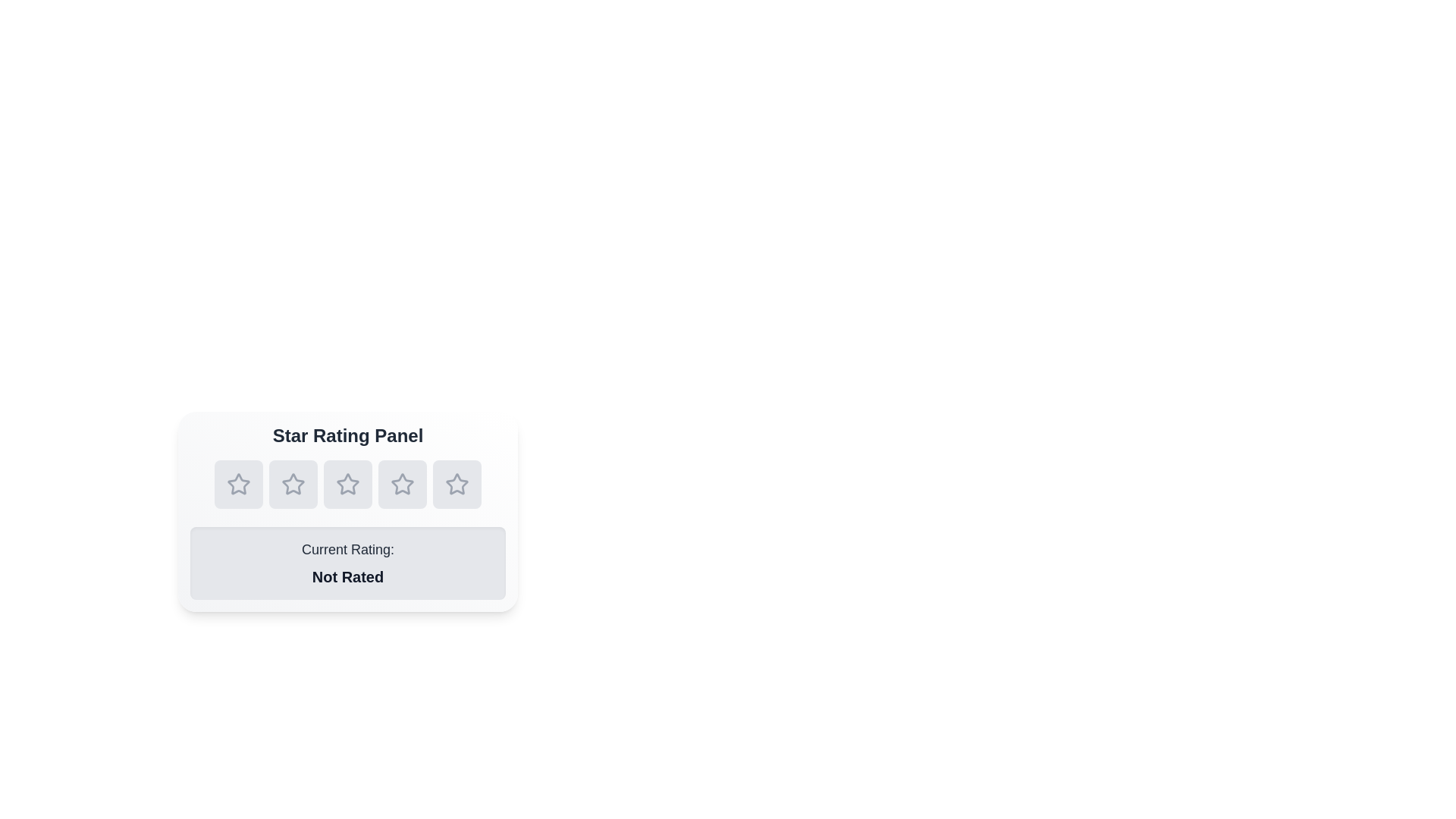 Image resolution: width=1456 pixels, height=819 pixels. I want to click on the first star icon in the star rating panel to set a rating, so click(238, 485).